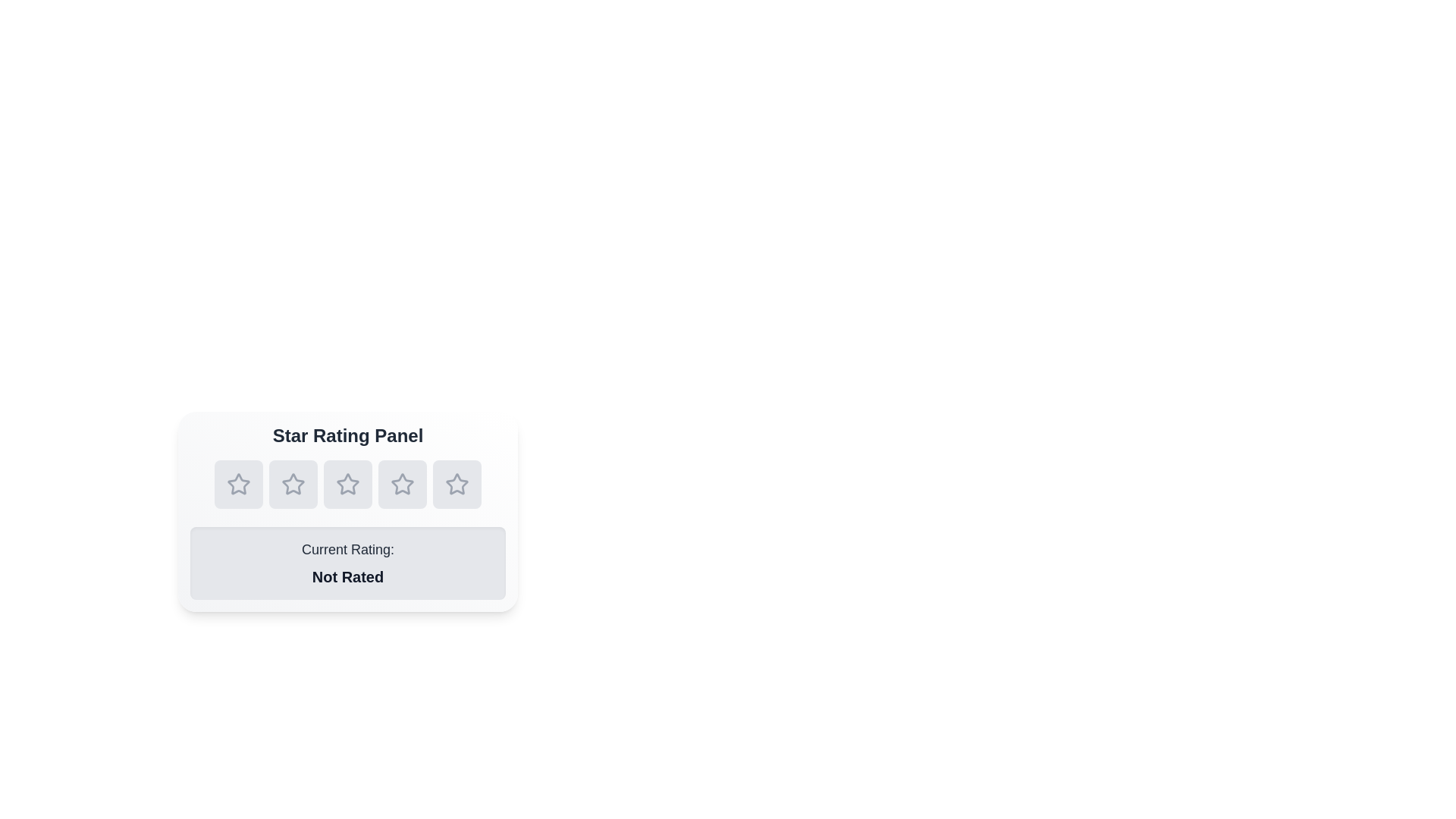 Image resolution: width=1456 pixels, height=819 pixels. I want to click on the first star icon in the star rating panel to set a rating, so click(238, 485).